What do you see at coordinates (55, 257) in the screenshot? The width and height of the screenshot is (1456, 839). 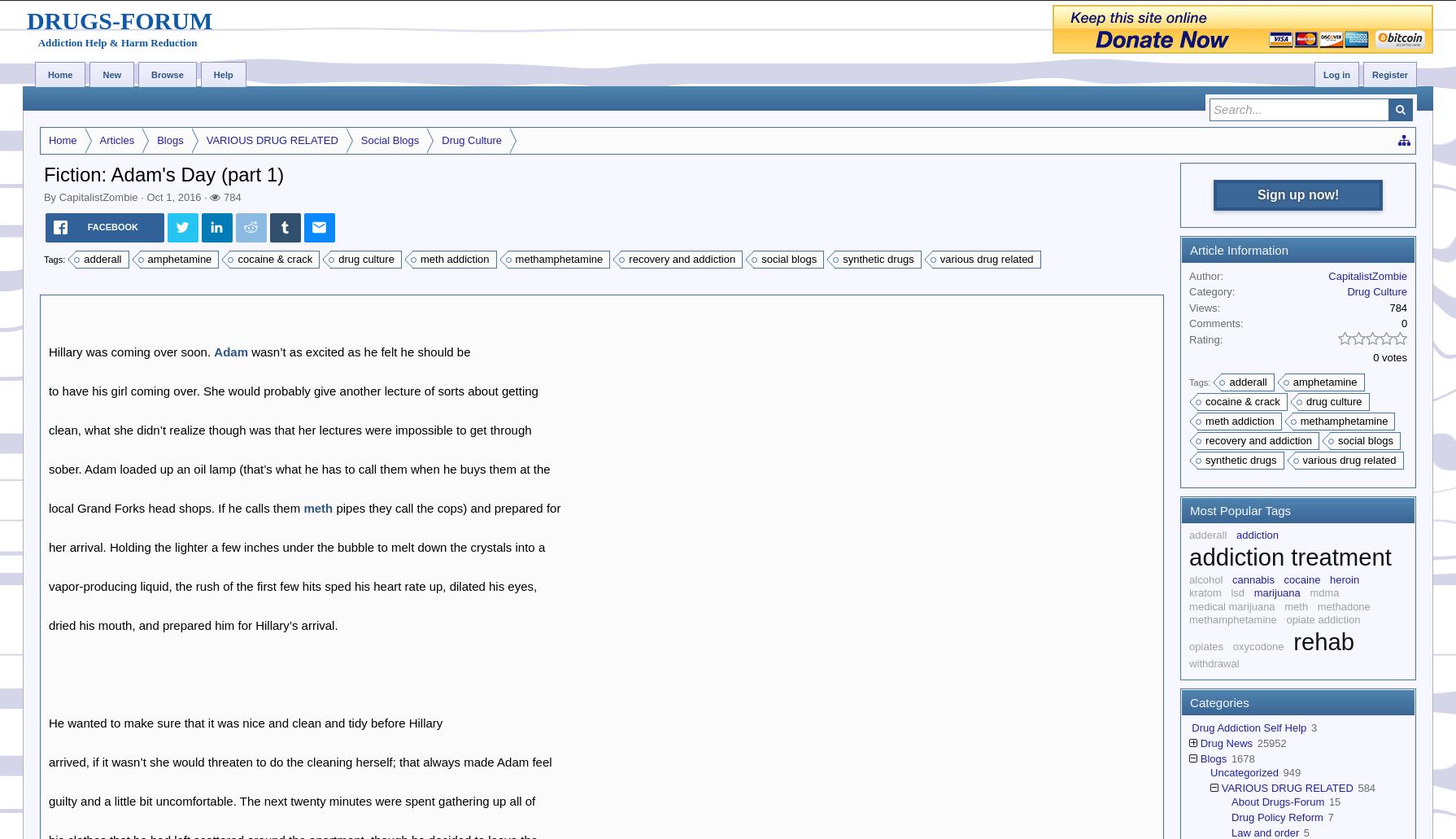 I see `'Tags:'` at bounding box center [55, 257].